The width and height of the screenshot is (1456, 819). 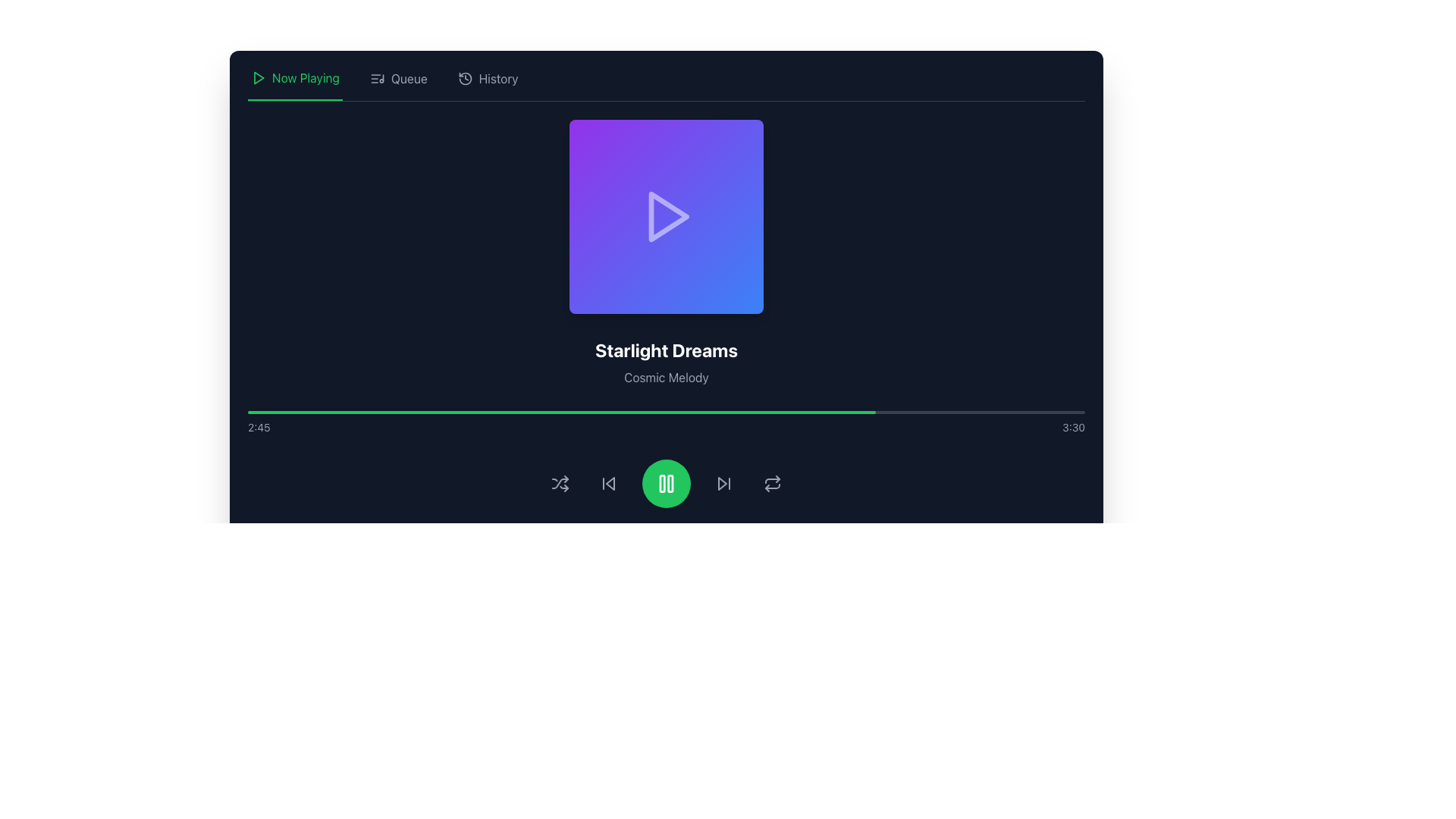 What do you see at coordinates (1042, 412) in the screenshot?
I see `the progress bar` at bounding box center [1042, 412].